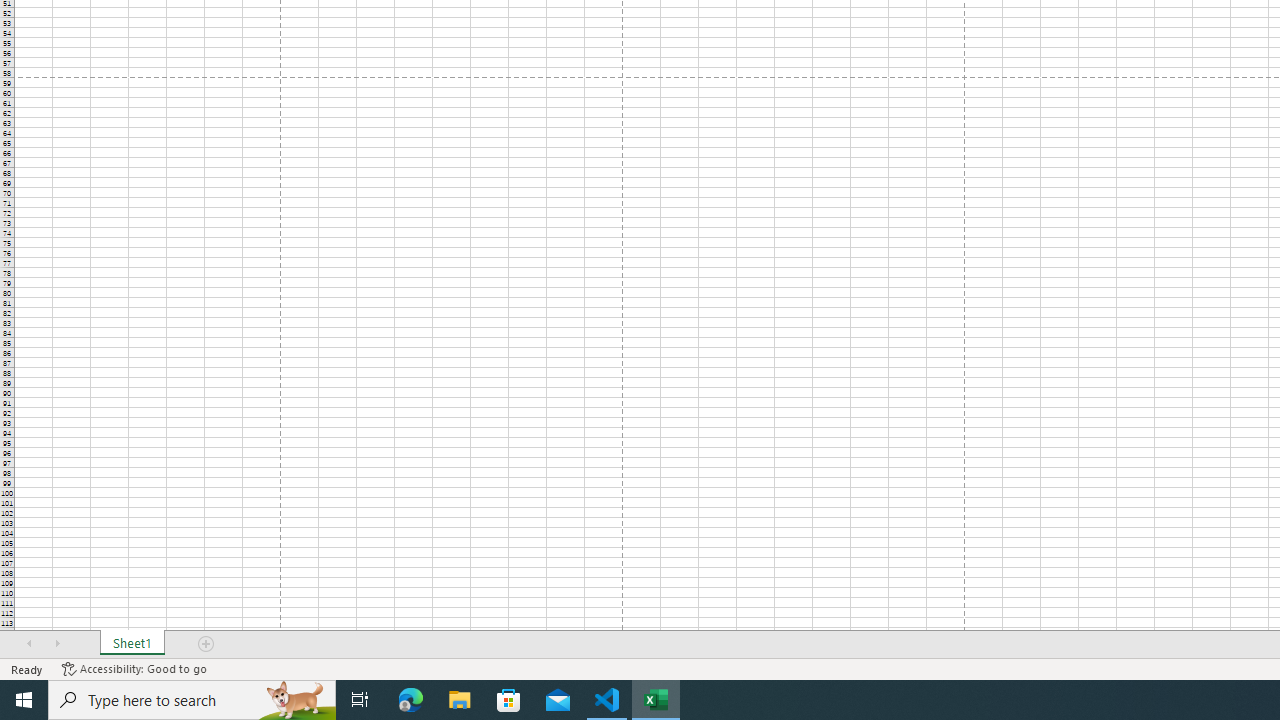 The width and height of the screenshot is (1280, 720). I want to click on 'Accessibility Checker Accessibility: Good to go', so click(133, 669).